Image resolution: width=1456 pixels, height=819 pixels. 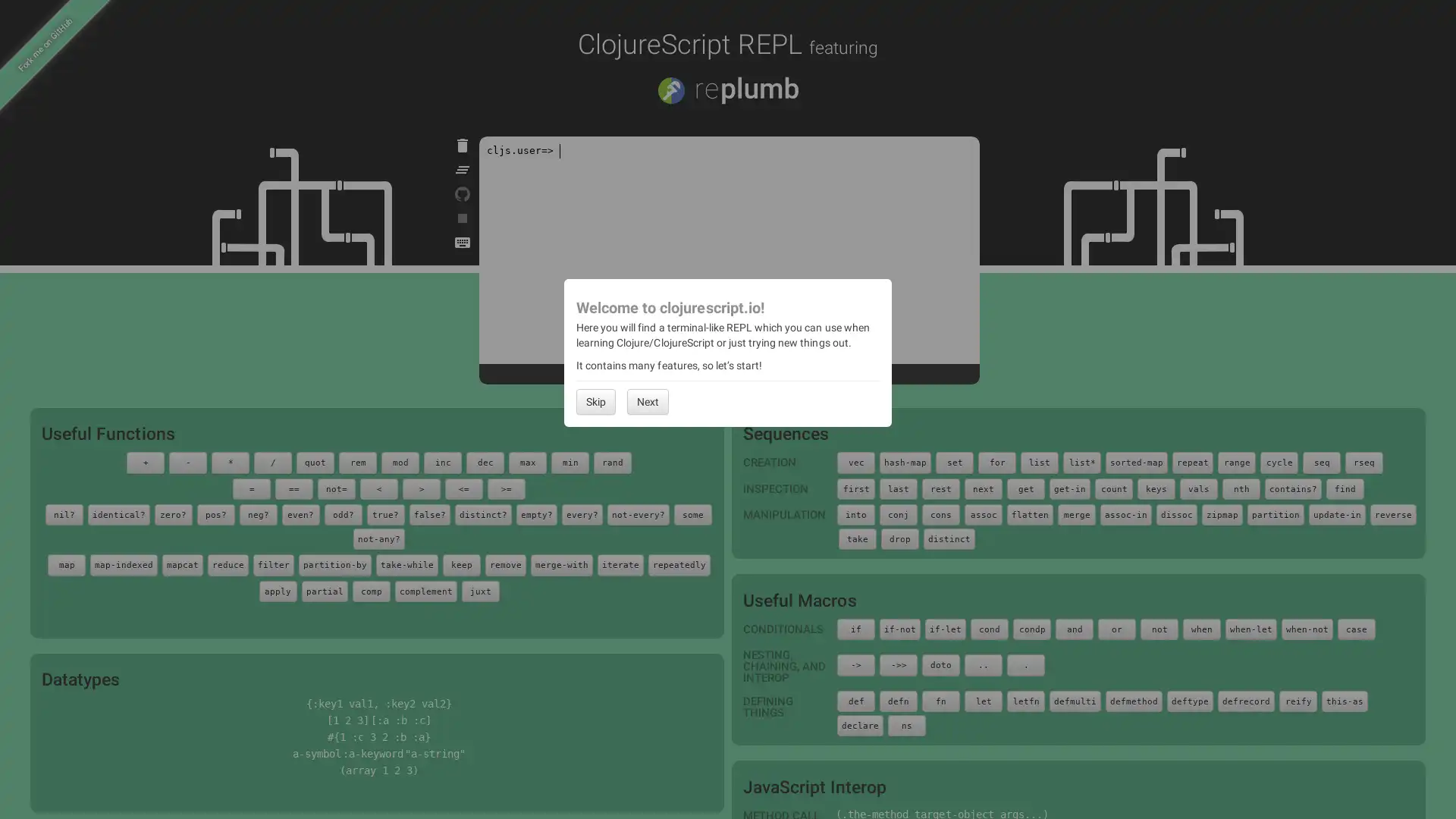 What do you see at coordinates (356, 461) in the screenshot?
I see `rem` at bounding box center [356, 461].